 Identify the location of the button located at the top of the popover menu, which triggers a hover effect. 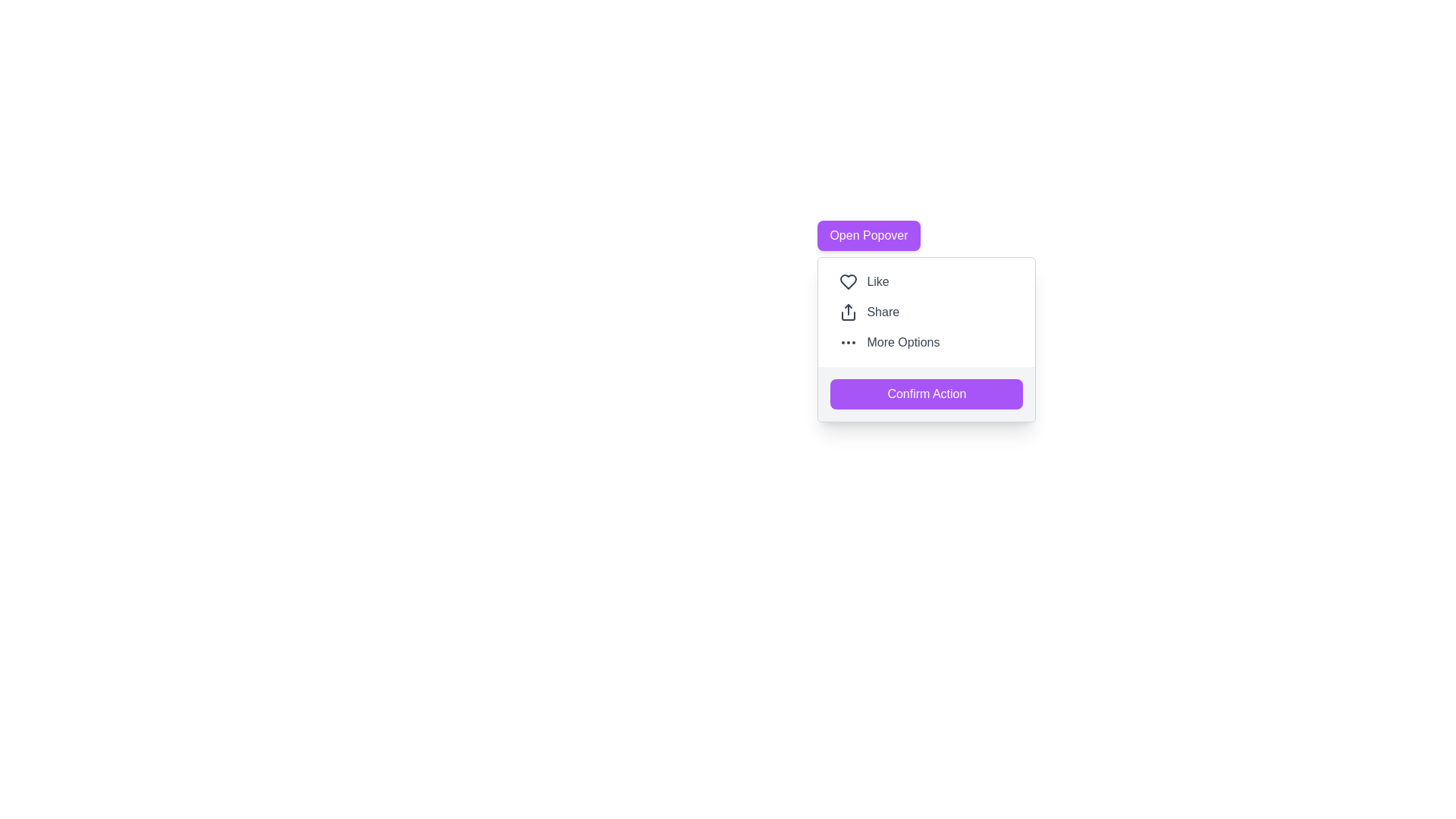
(869, 236).